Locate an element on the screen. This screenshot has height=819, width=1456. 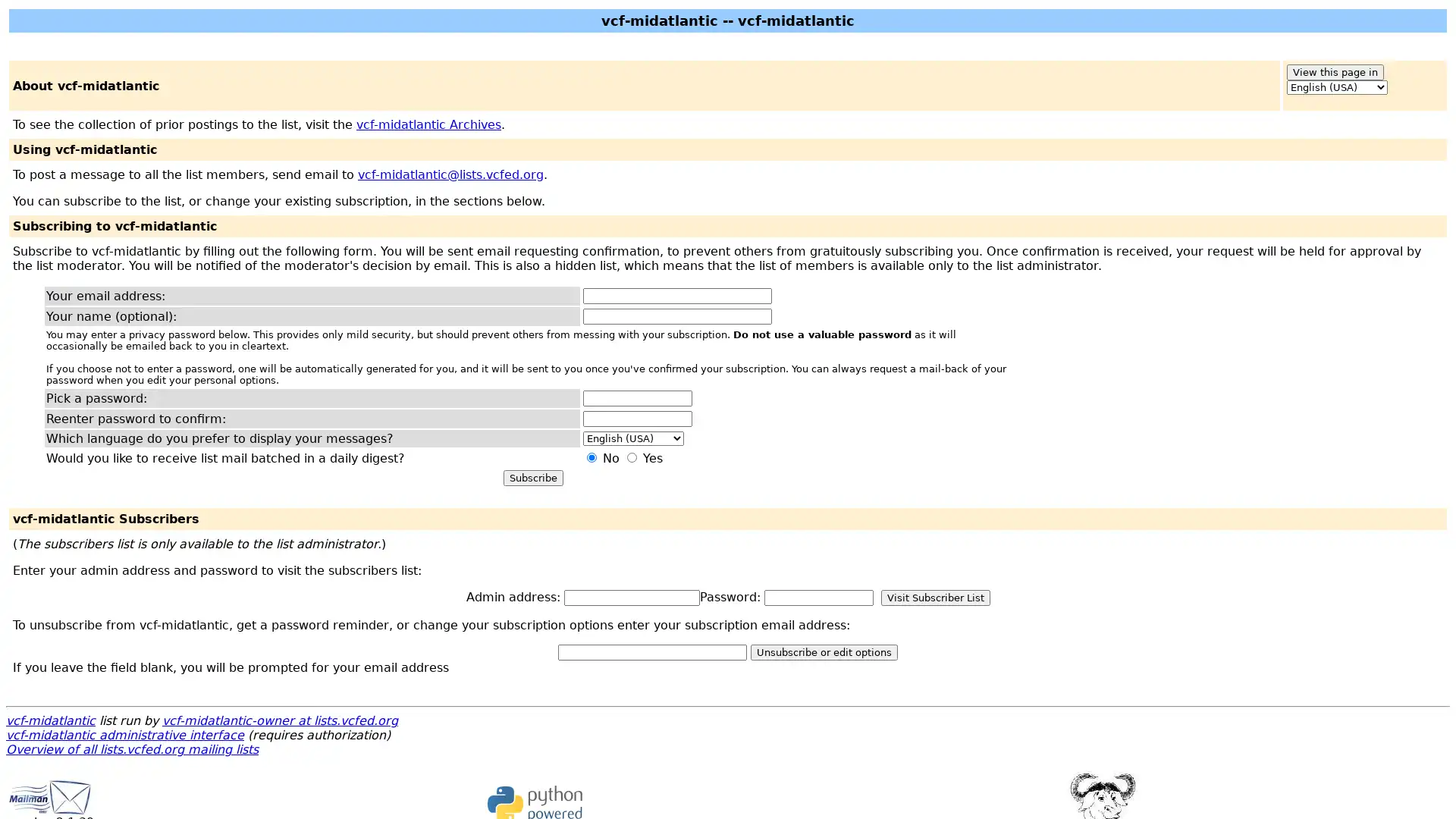
Subscribe is located at coordinates (532, 478).